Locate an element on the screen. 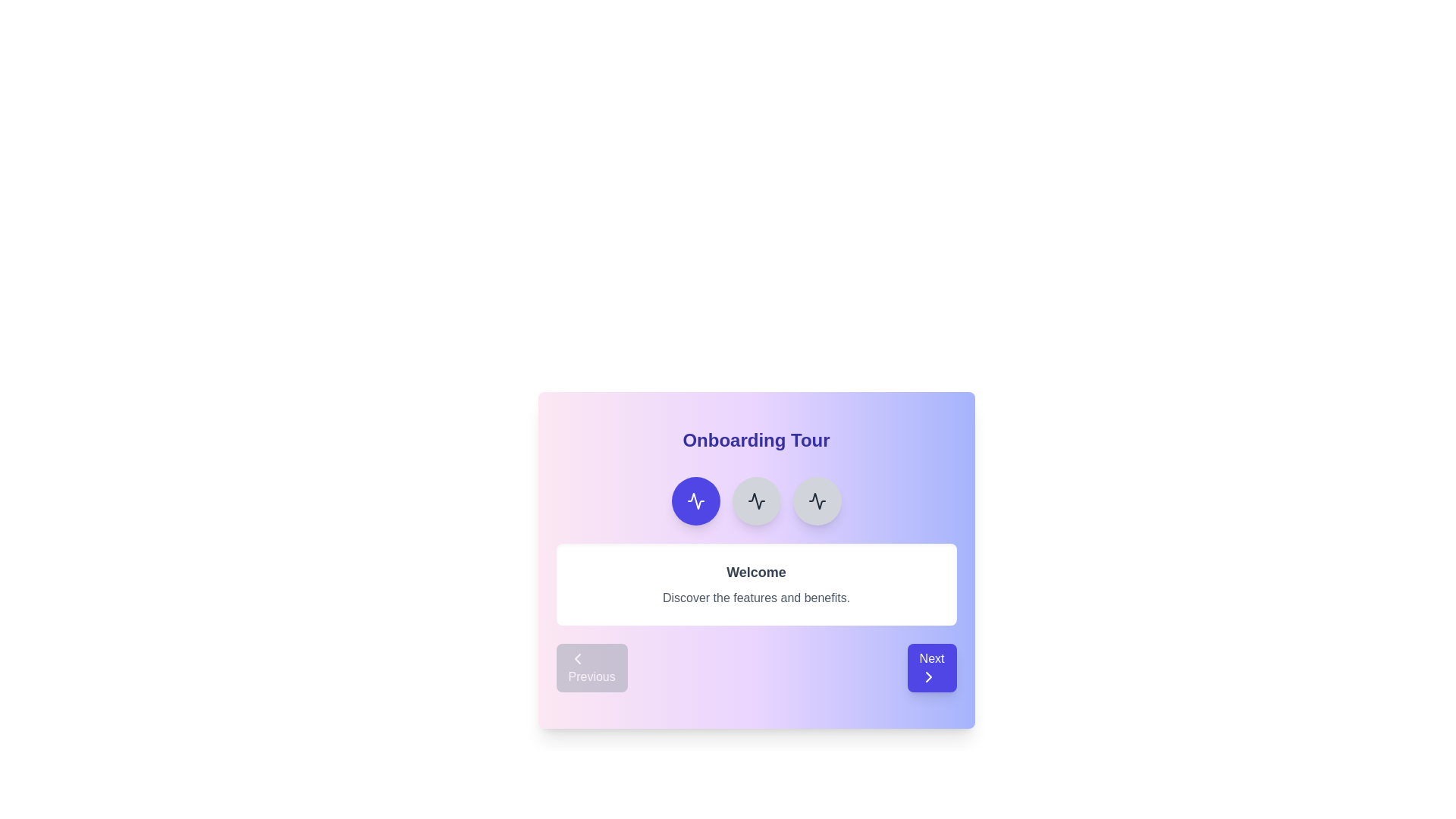 This screenshot has width=1456, height=819. the inactive or neutral state button located between a purple button with a white waveform icon and a gray button with a black waveform icon, which is part of a stepper component in an onboarding process is located at coordinates (756, 500).